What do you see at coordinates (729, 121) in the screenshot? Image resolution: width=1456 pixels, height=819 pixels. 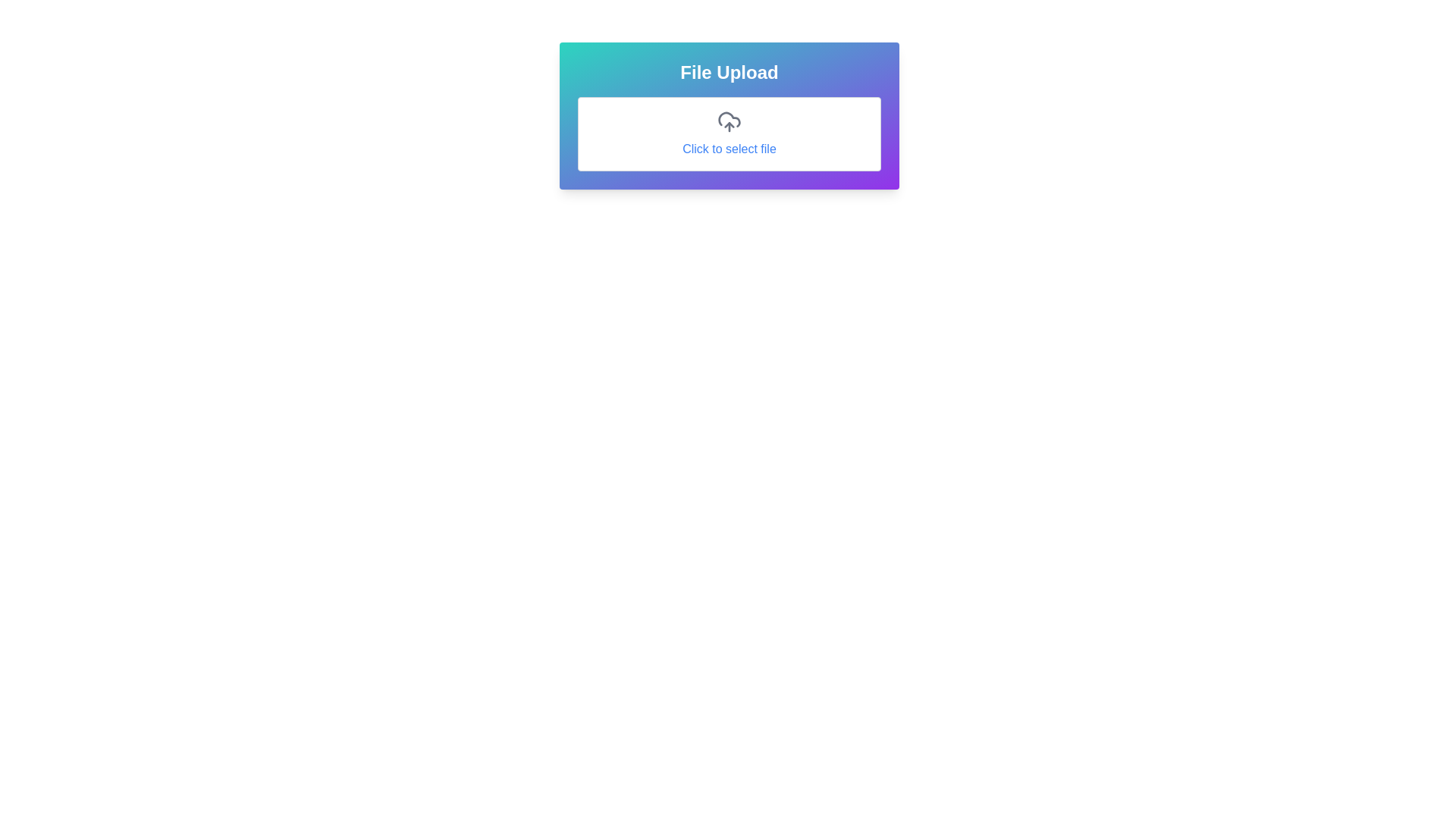 I see `the file upload icon located within the 'File Upload' card, which is centered on the interface and has the text 'Click to select file' below it` at bounding box center [729, 121].